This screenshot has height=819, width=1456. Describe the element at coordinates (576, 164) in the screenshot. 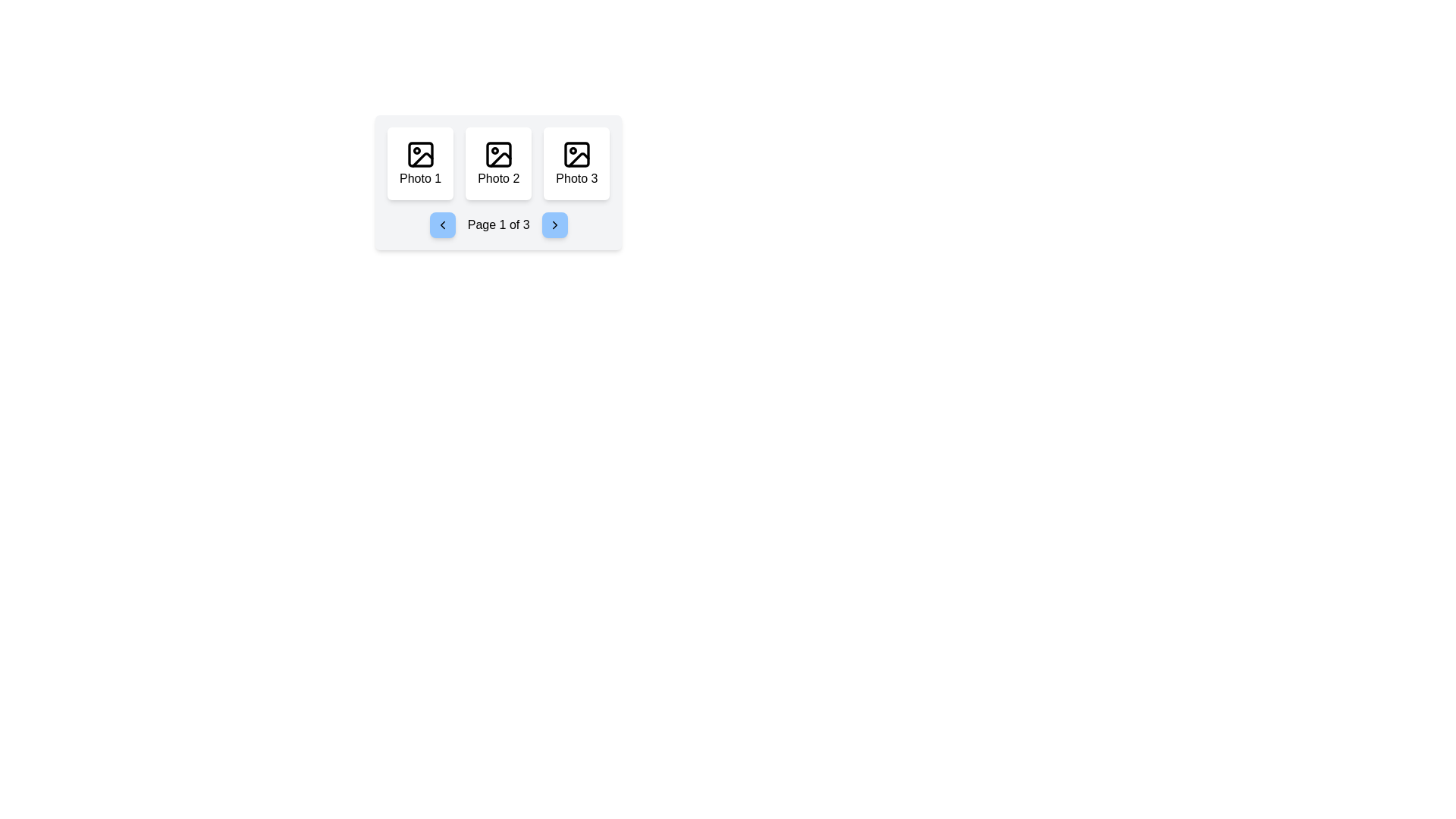

I see `the rightmost card in the grid layout, which has a white background, rounded corners, a black image icon, and the text 'Photo 3'` at that location.